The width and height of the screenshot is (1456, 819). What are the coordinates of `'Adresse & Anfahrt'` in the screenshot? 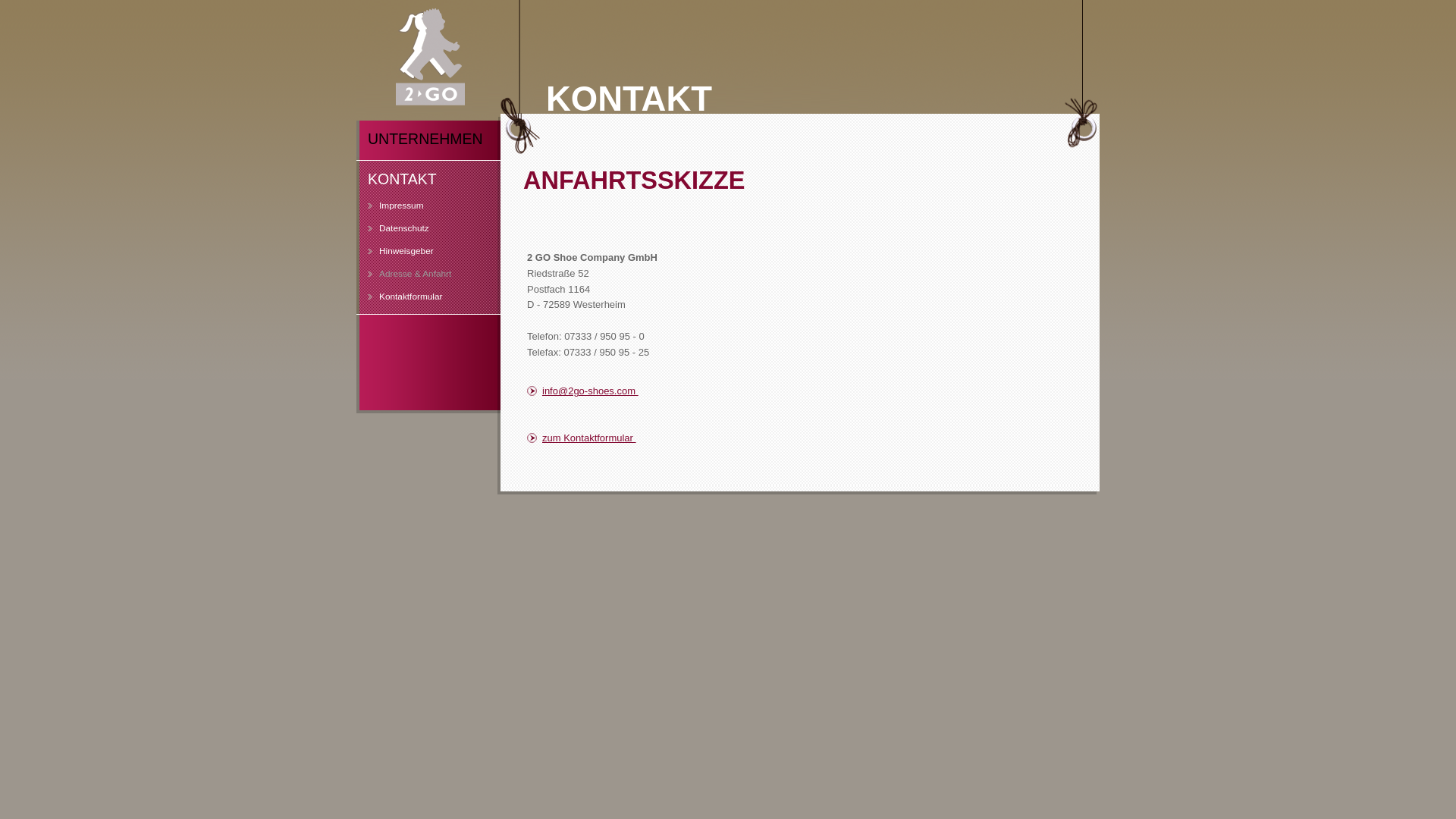 It's located at (356, 280).